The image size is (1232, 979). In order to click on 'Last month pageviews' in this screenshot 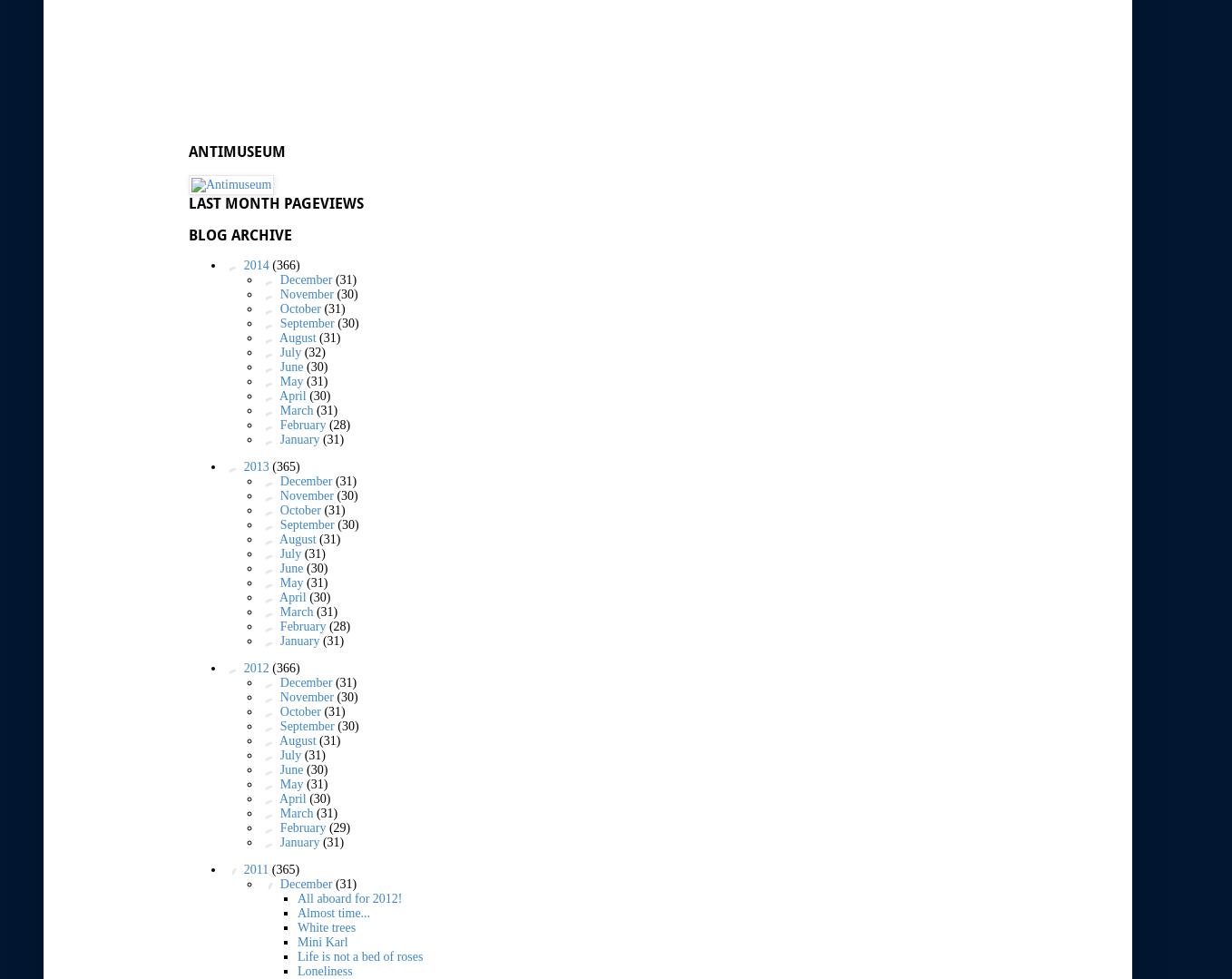, I will do `click(275, 201)`.